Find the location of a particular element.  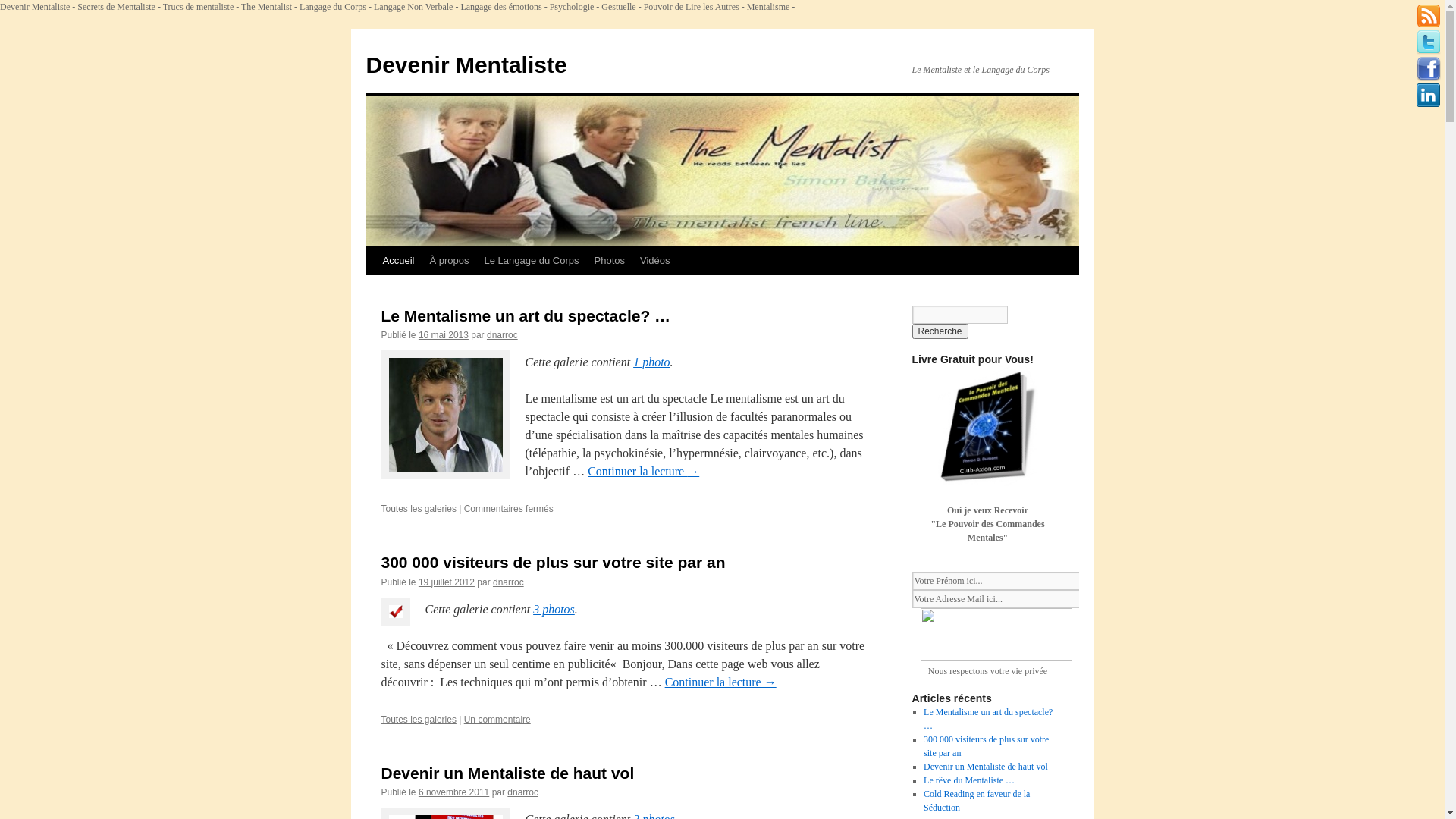

'Linkedin button' is located at coordinates (1427, 96).